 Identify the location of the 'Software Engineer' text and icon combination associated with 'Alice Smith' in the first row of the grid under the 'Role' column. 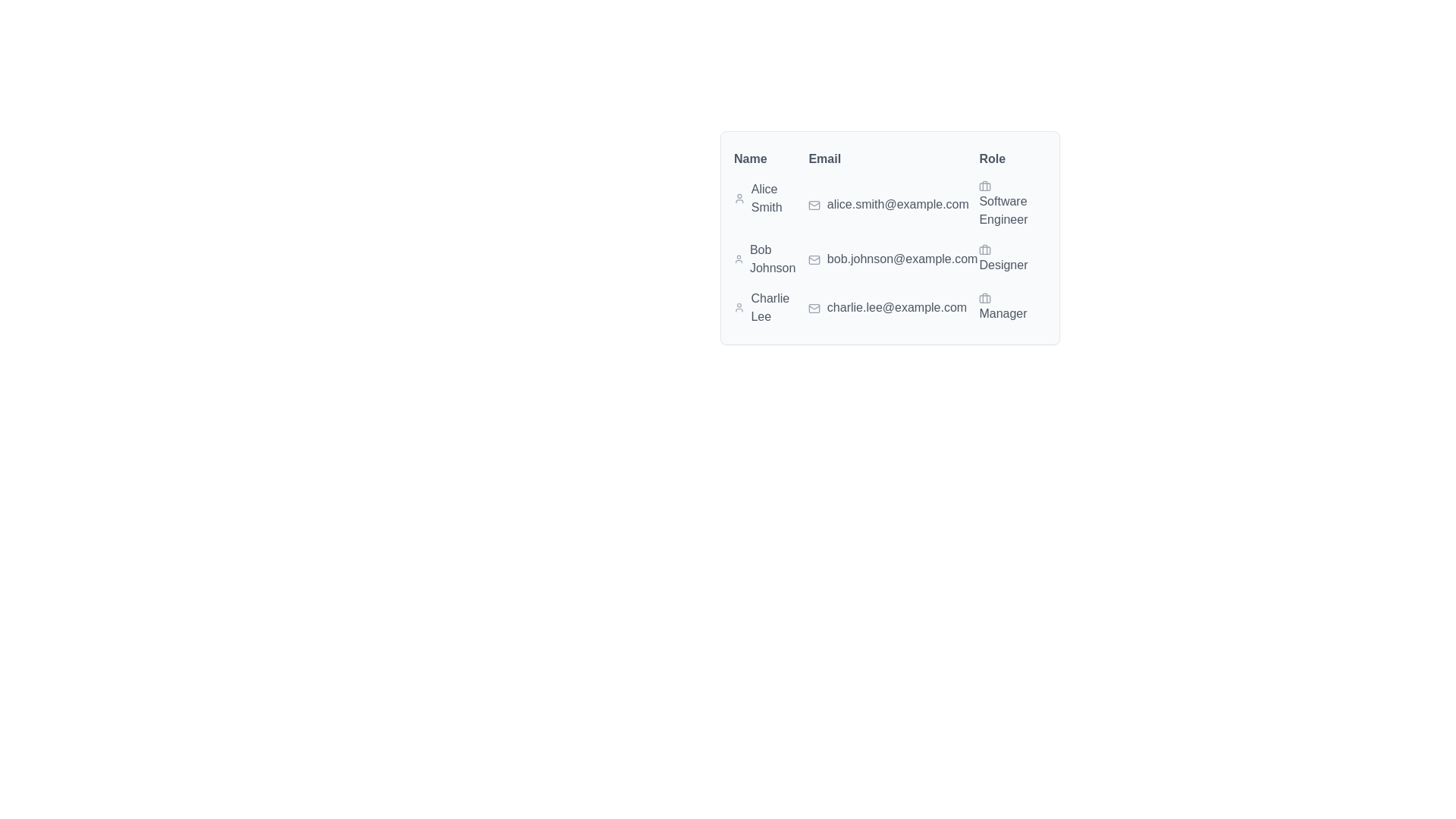
(1012, 205).